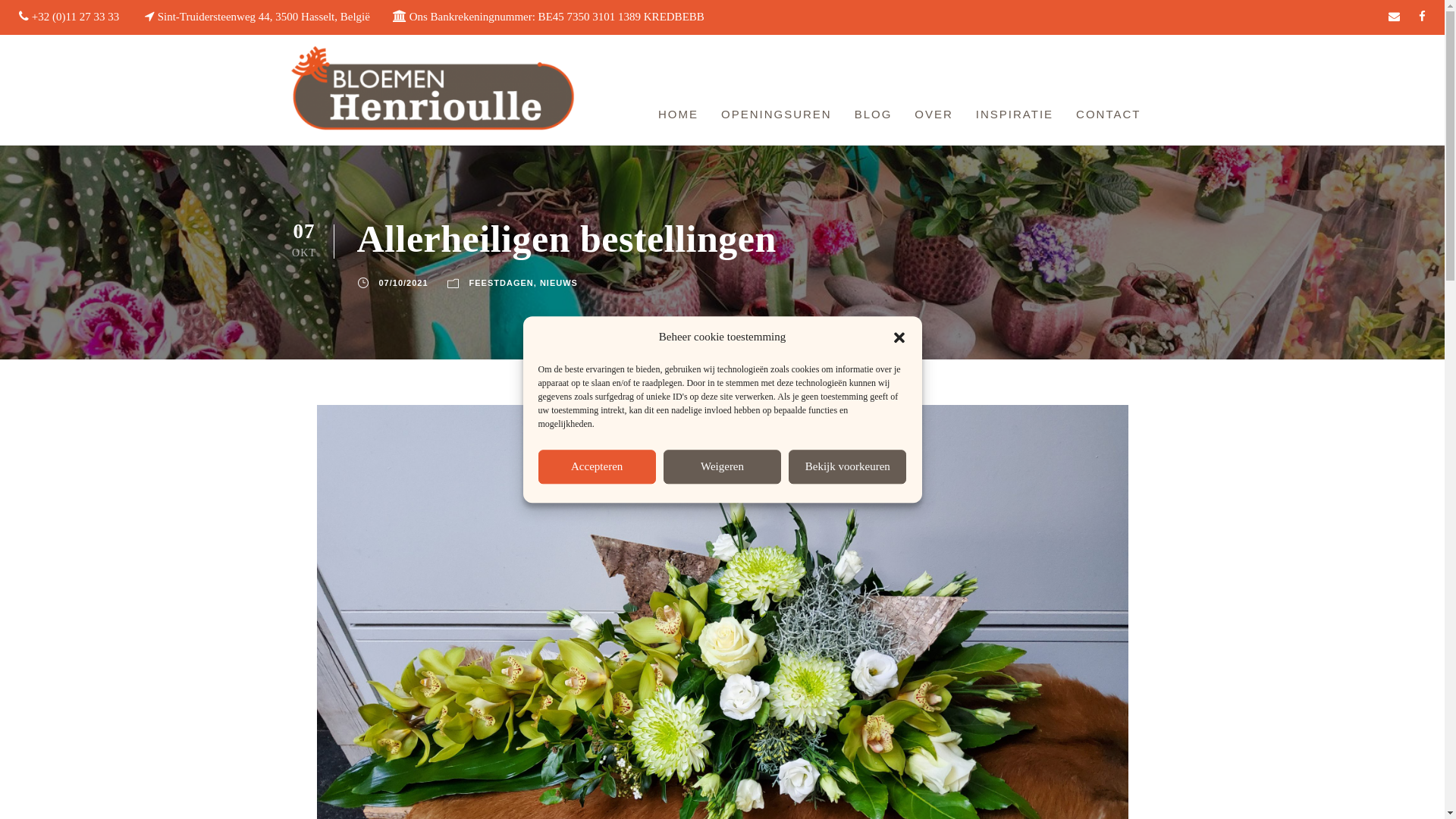  I want to click on 'INSPIRATIE', so click(1015, 116).